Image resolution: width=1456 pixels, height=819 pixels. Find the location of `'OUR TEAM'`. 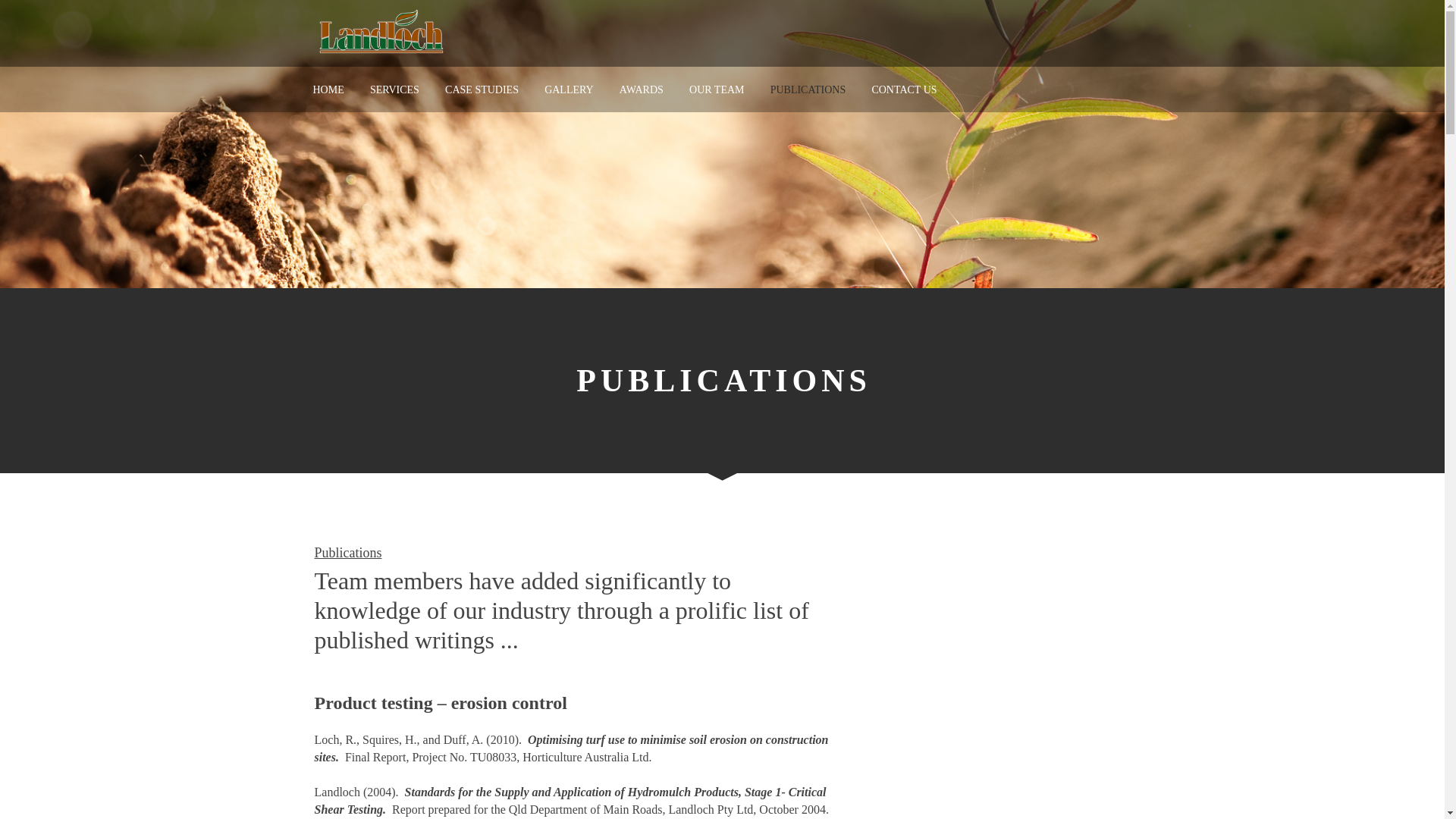

'OUR TEAM' is located at coordinates (688, 89).